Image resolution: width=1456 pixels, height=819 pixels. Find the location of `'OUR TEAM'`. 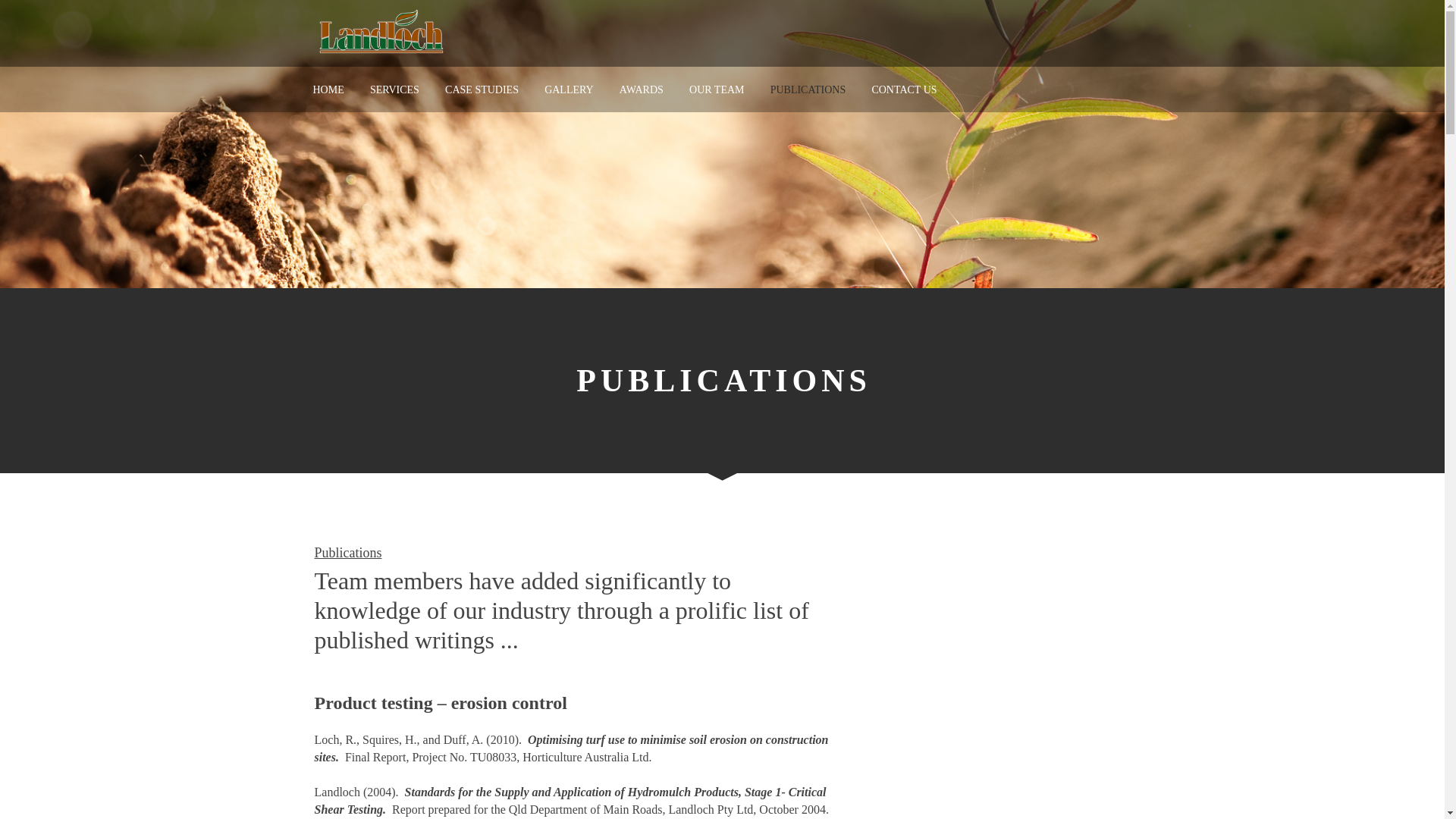

'OUR TEAM' is located at coordinates (688, 89).